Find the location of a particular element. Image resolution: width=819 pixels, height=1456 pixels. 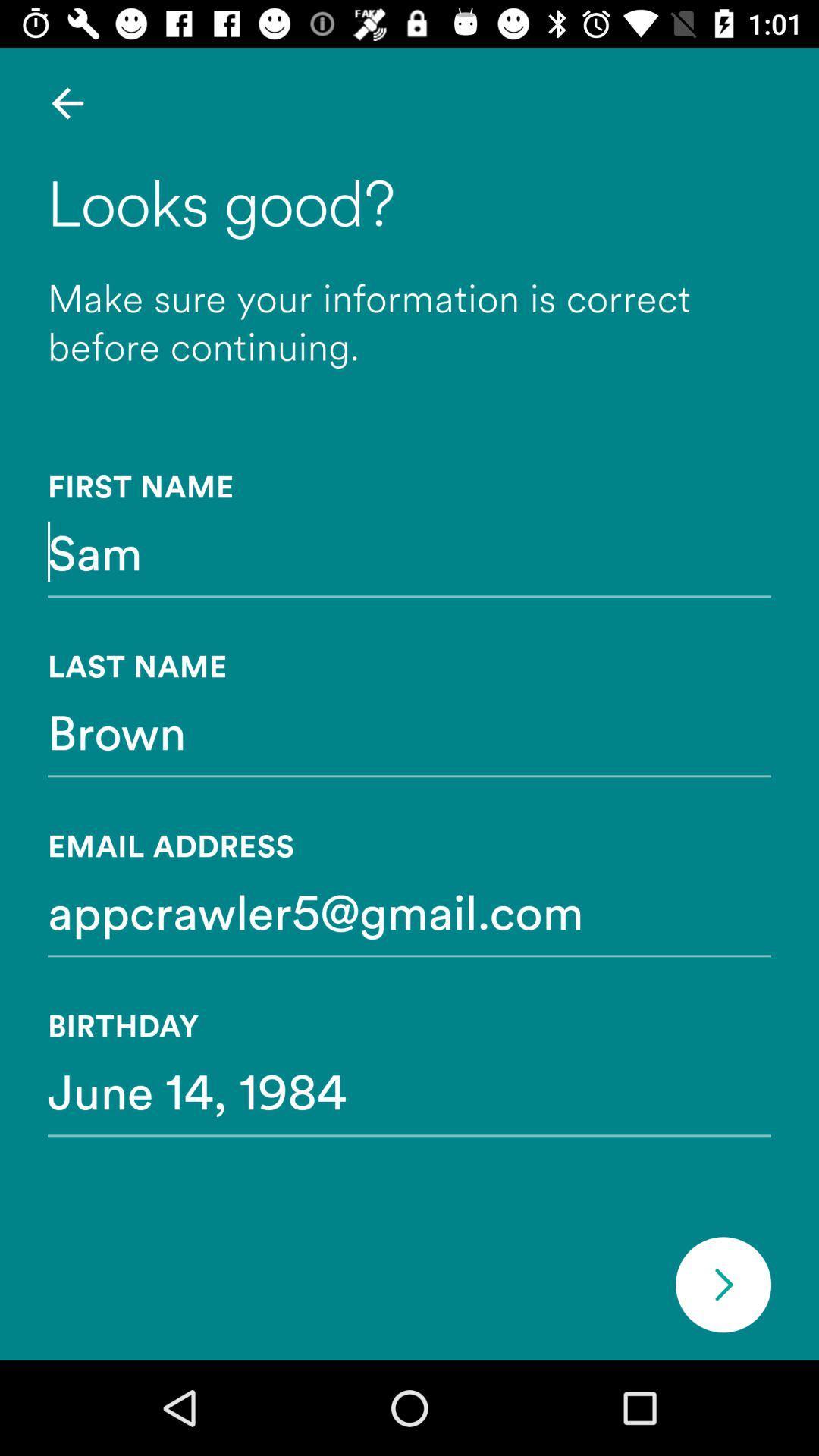

item above the looks good? item is located at coordinates (67, 102).